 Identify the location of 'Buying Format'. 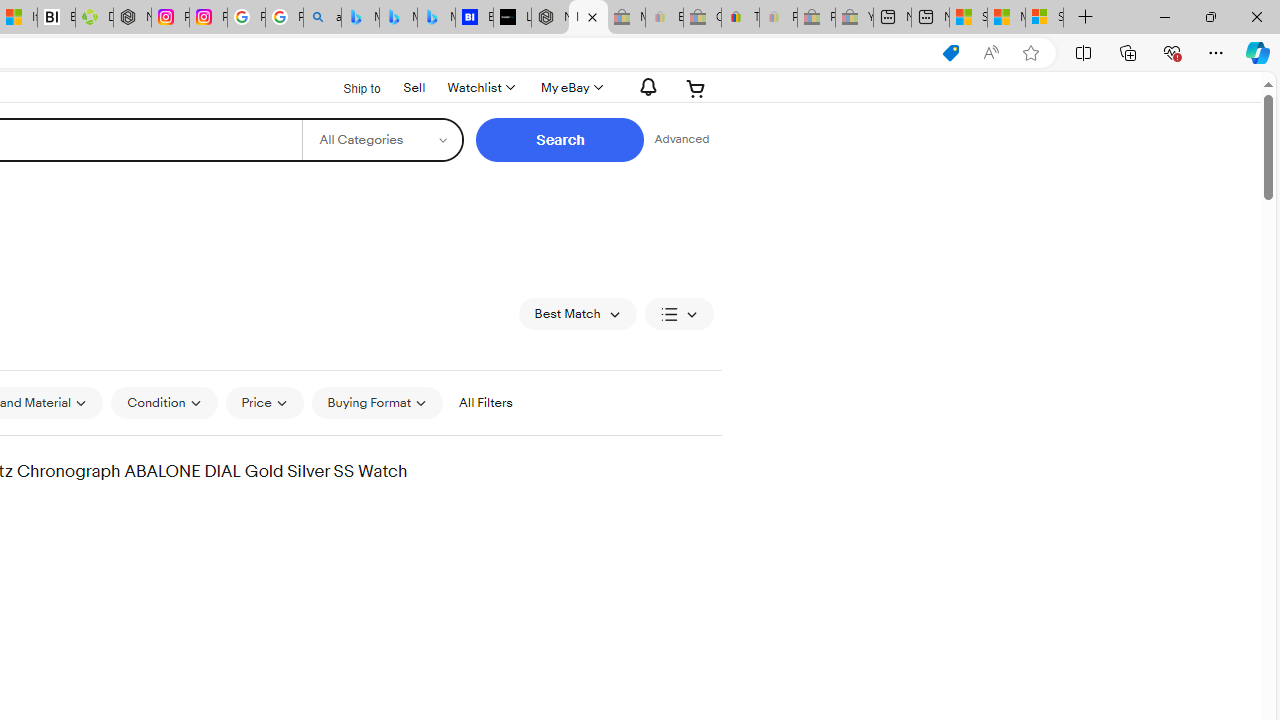
(377, 403).